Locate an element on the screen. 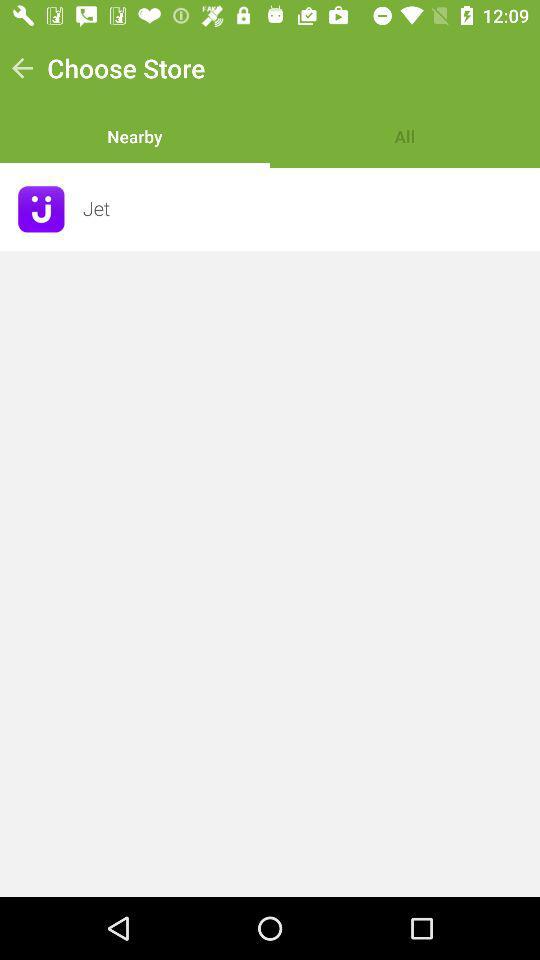 The image size is (540, 960). item next to the jet is located at coordinates (41, 209).